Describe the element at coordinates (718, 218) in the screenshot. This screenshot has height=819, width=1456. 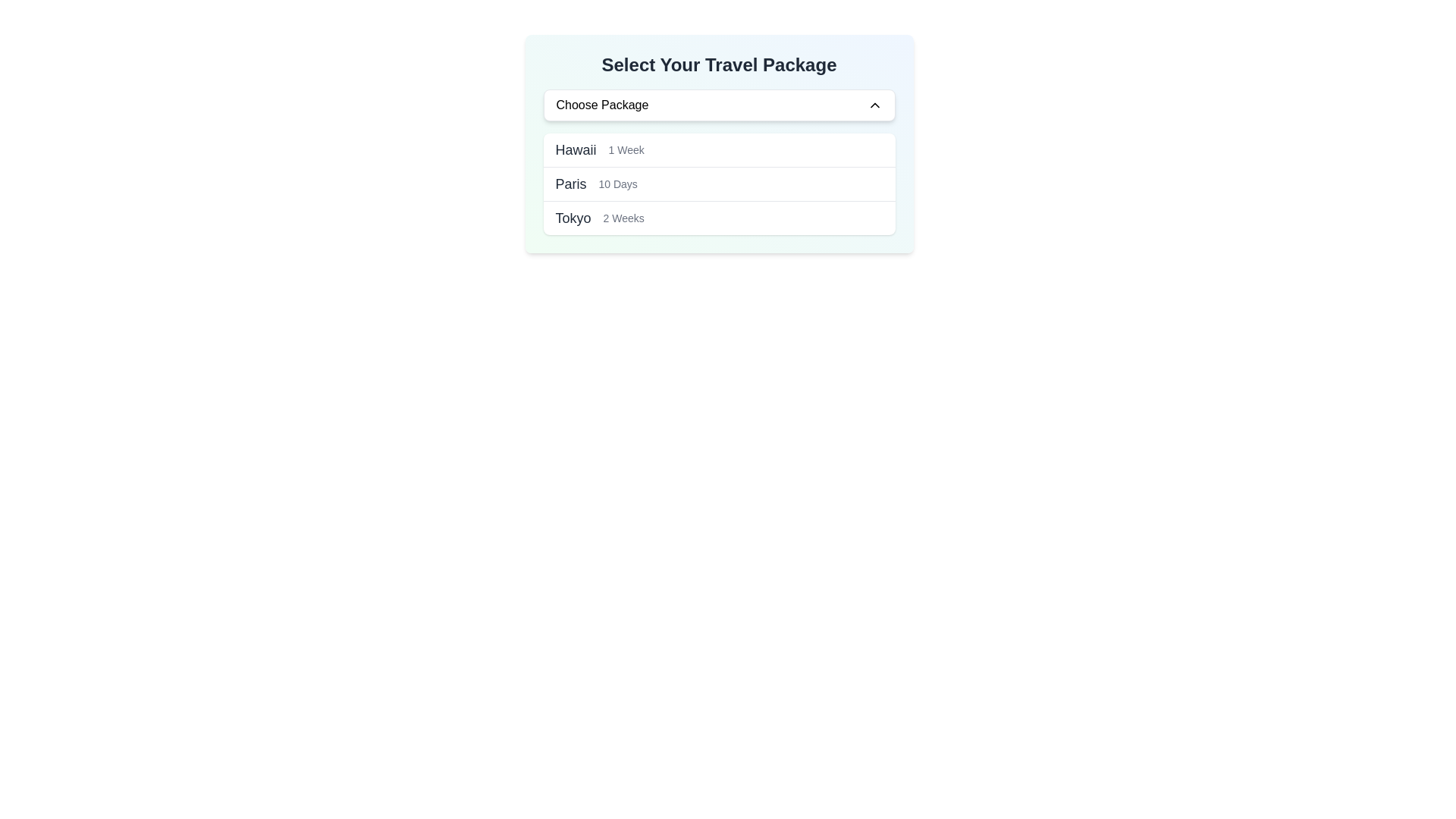
I see `the travel package option displaying 'Tokyo' in bold and '2 Weeks' in a smaller font` at that location.